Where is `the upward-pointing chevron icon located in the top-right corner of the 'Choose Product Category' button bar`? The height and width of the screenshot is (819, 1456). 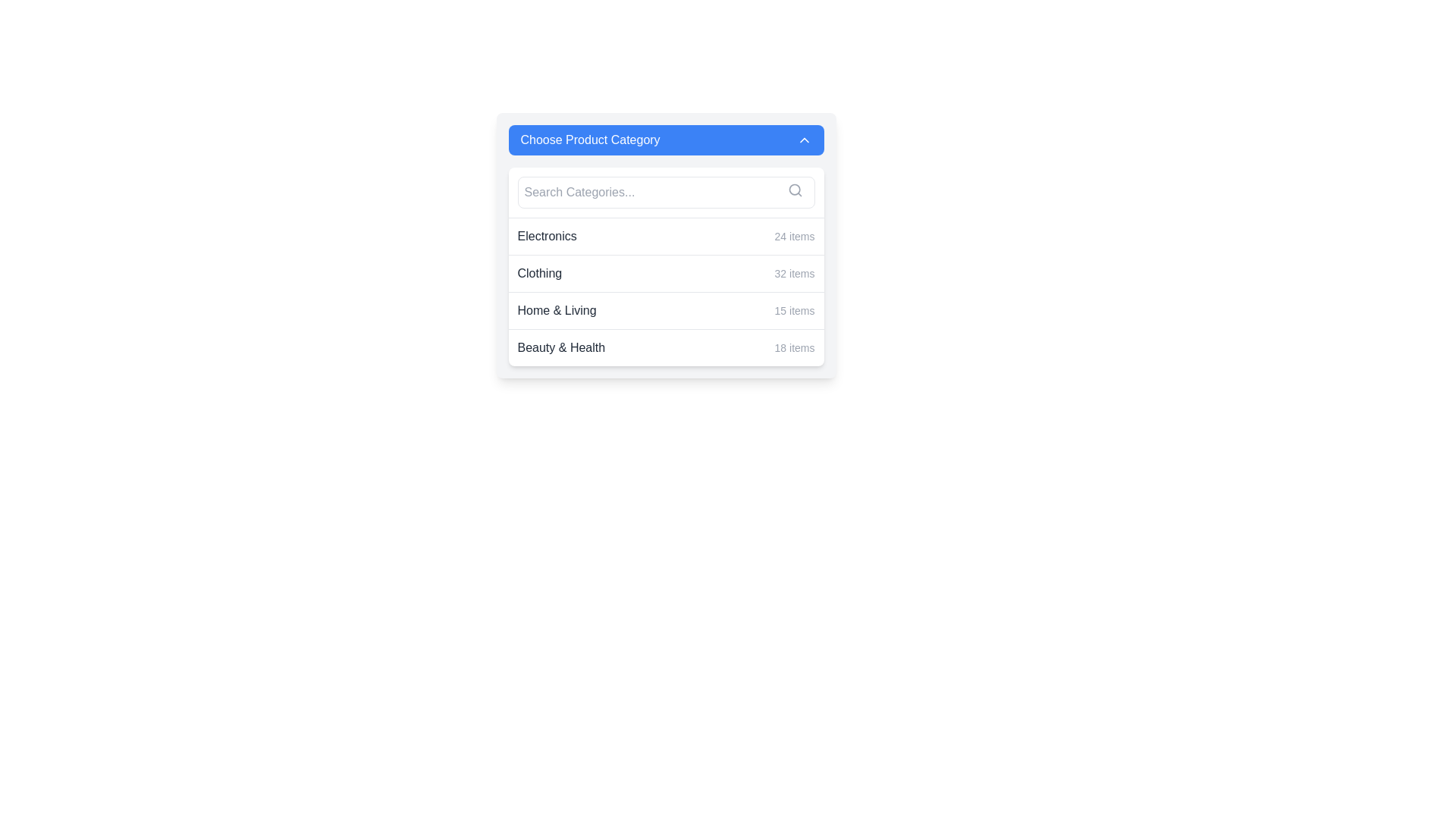 the upward-pointing chevron icon located in the top-right corner of the 'Choose Product Category' button bar is located at coordinates (803, 140).